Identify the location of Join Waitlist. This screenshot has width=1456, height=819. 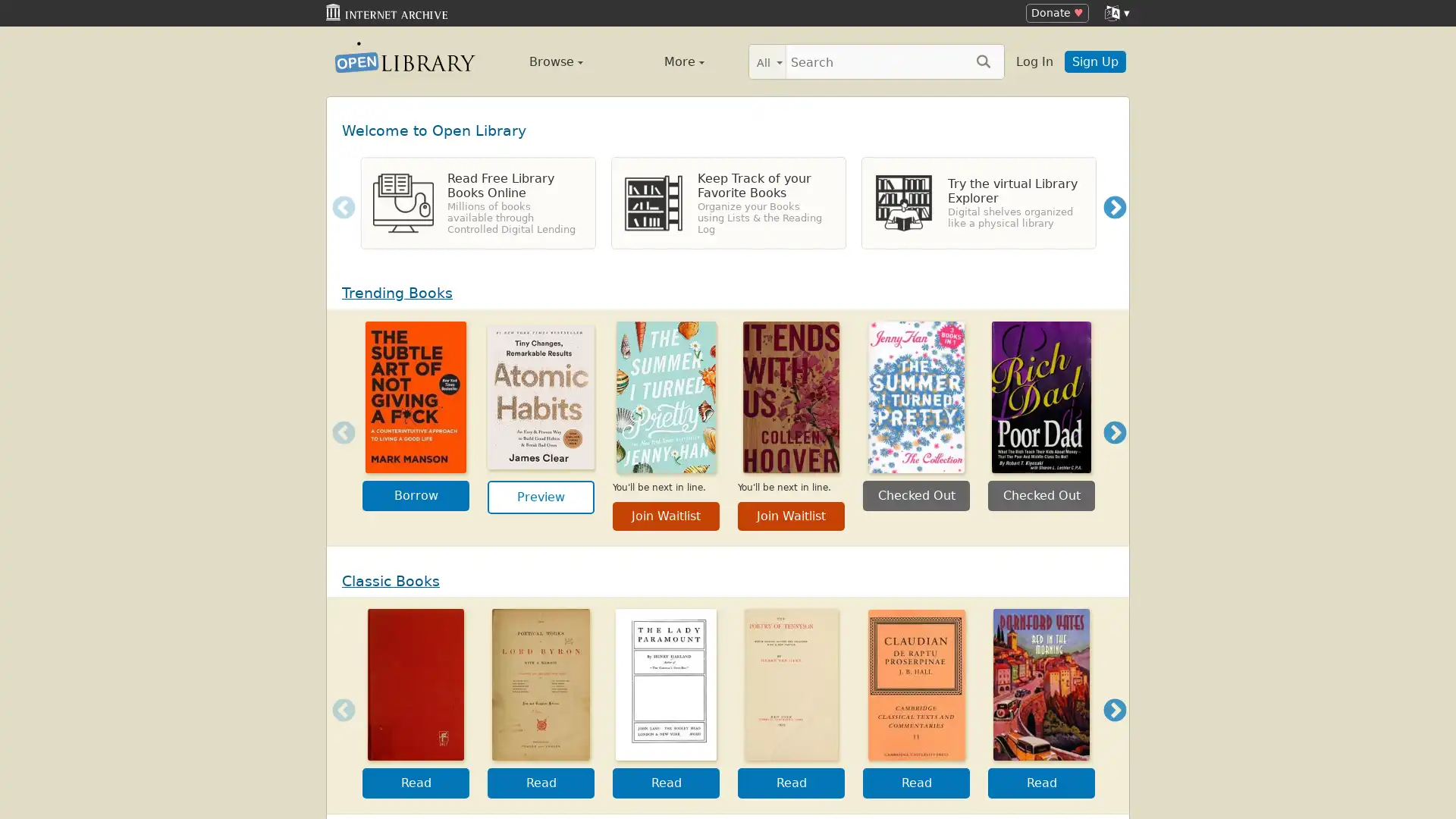
(666, 516).